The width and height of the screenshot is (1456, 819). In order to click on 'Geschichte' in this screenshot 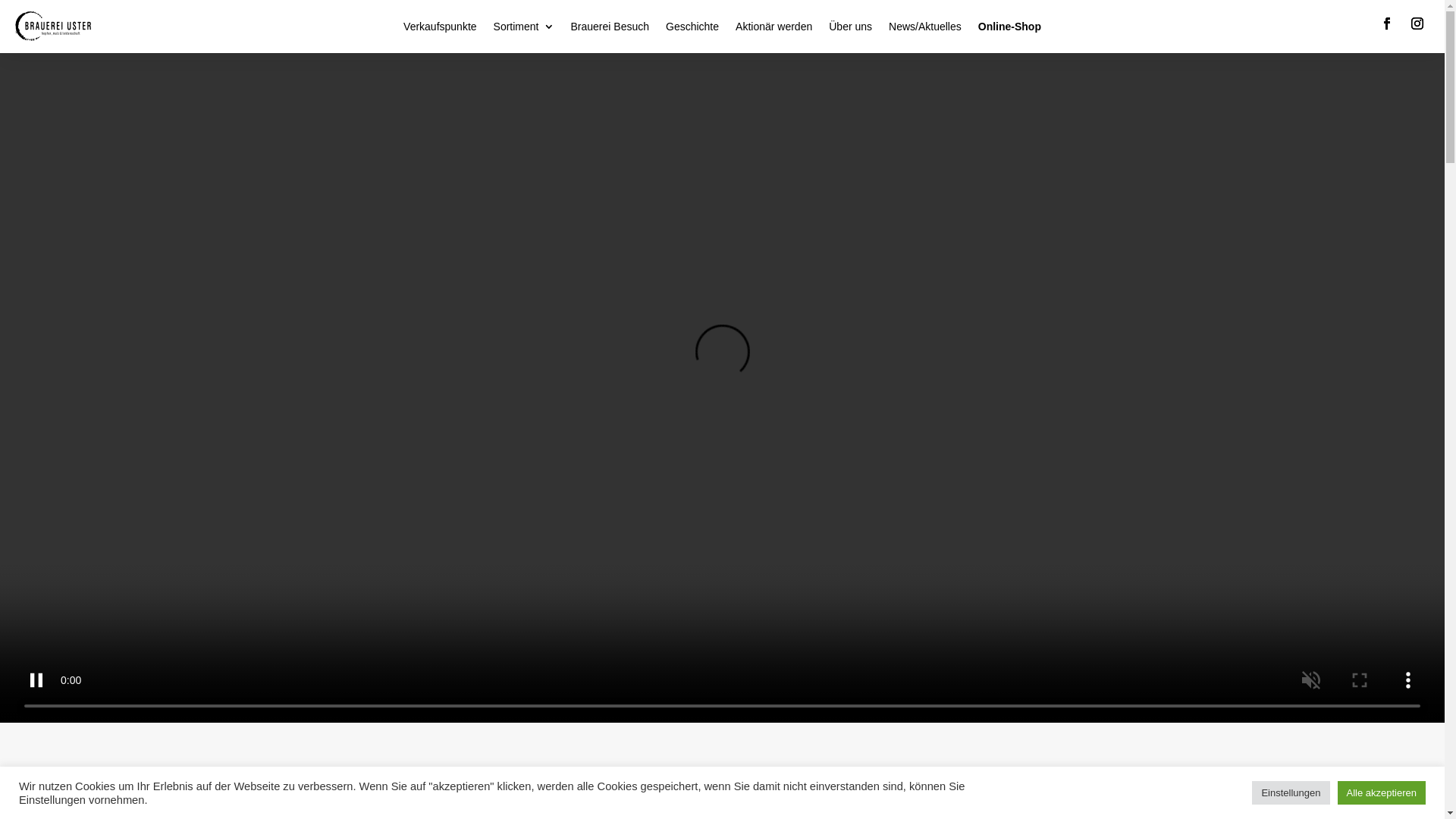, I will do `click(666, 29)`.